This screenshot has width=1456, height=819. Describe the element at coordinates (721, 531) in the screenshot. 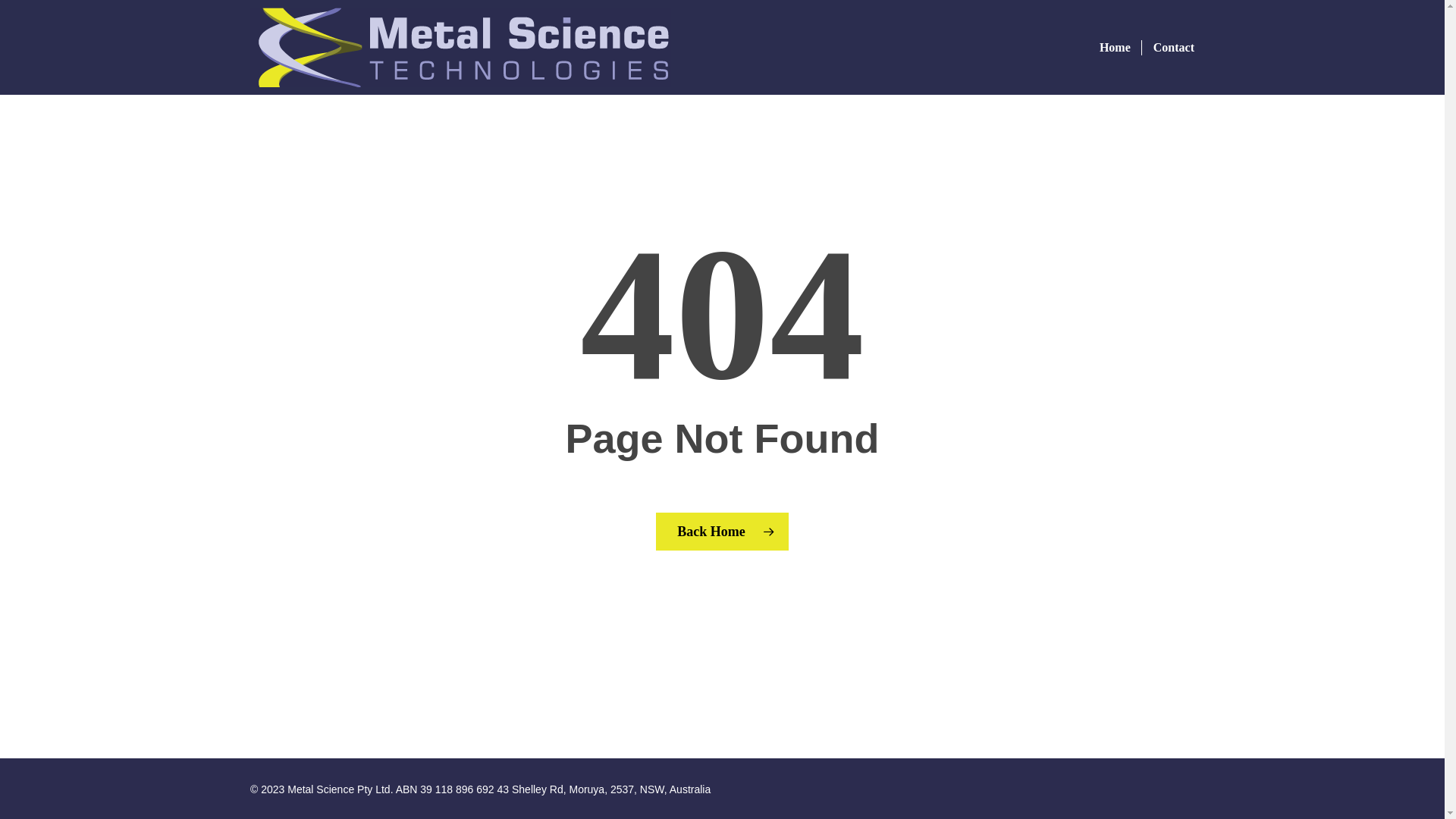

I see `'Back Home'` at that location.